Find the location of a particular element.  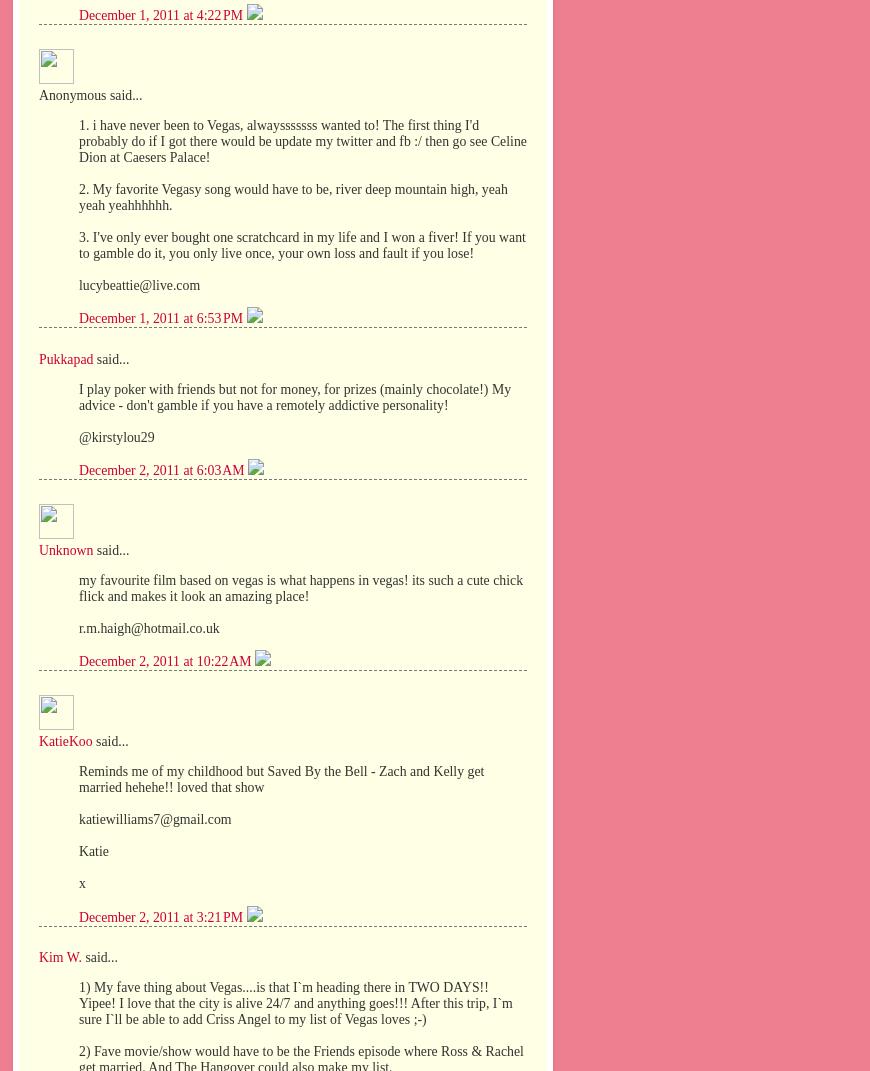

'KatieKoo' is located at coordinates (64, 740).